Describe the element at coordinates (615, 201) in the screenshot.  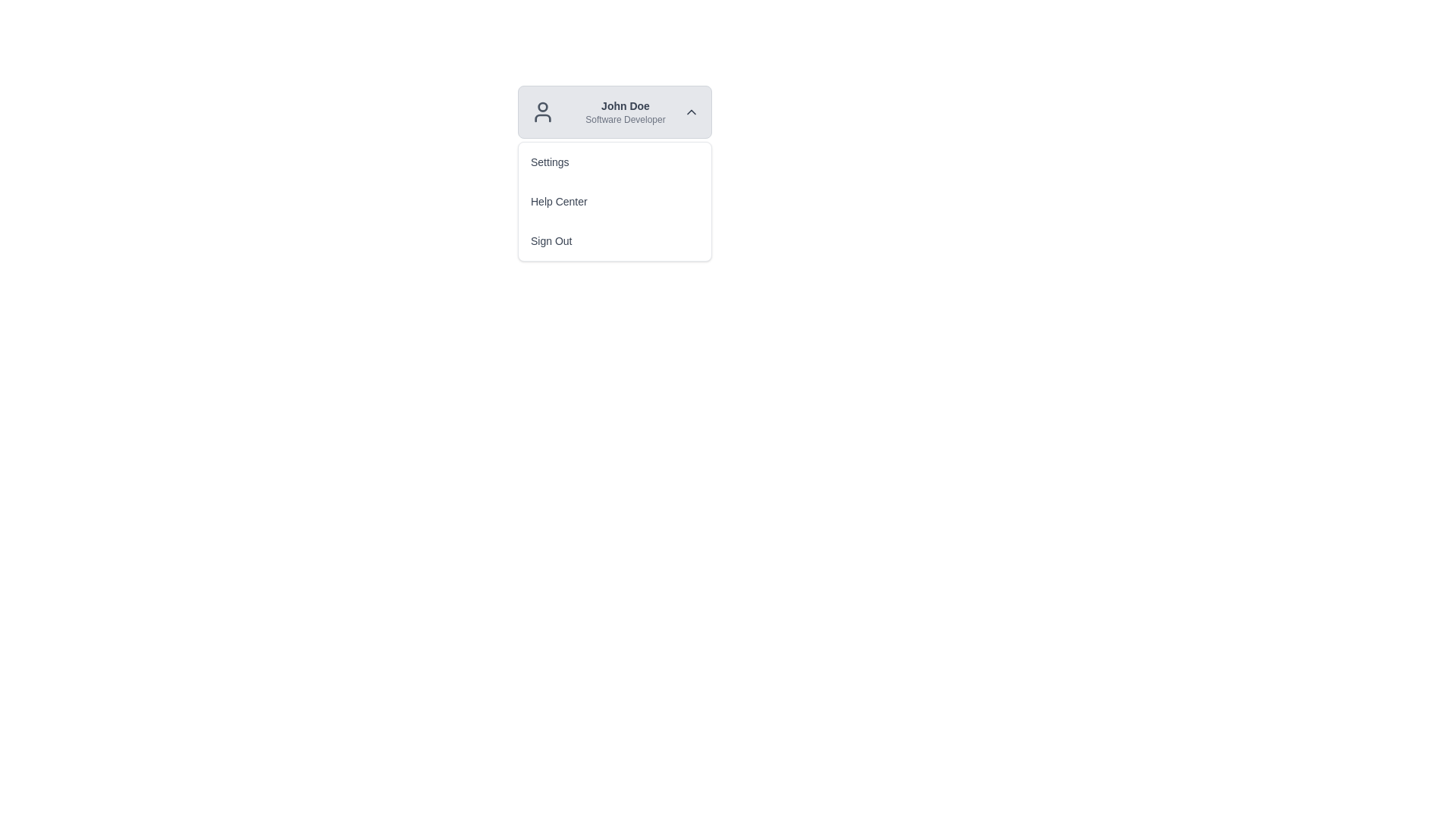
I see `the 'Help Center' dropdown menu item located directly below the profile summary of 'John Doe', which is the second option in the dropdown menu` at that location.